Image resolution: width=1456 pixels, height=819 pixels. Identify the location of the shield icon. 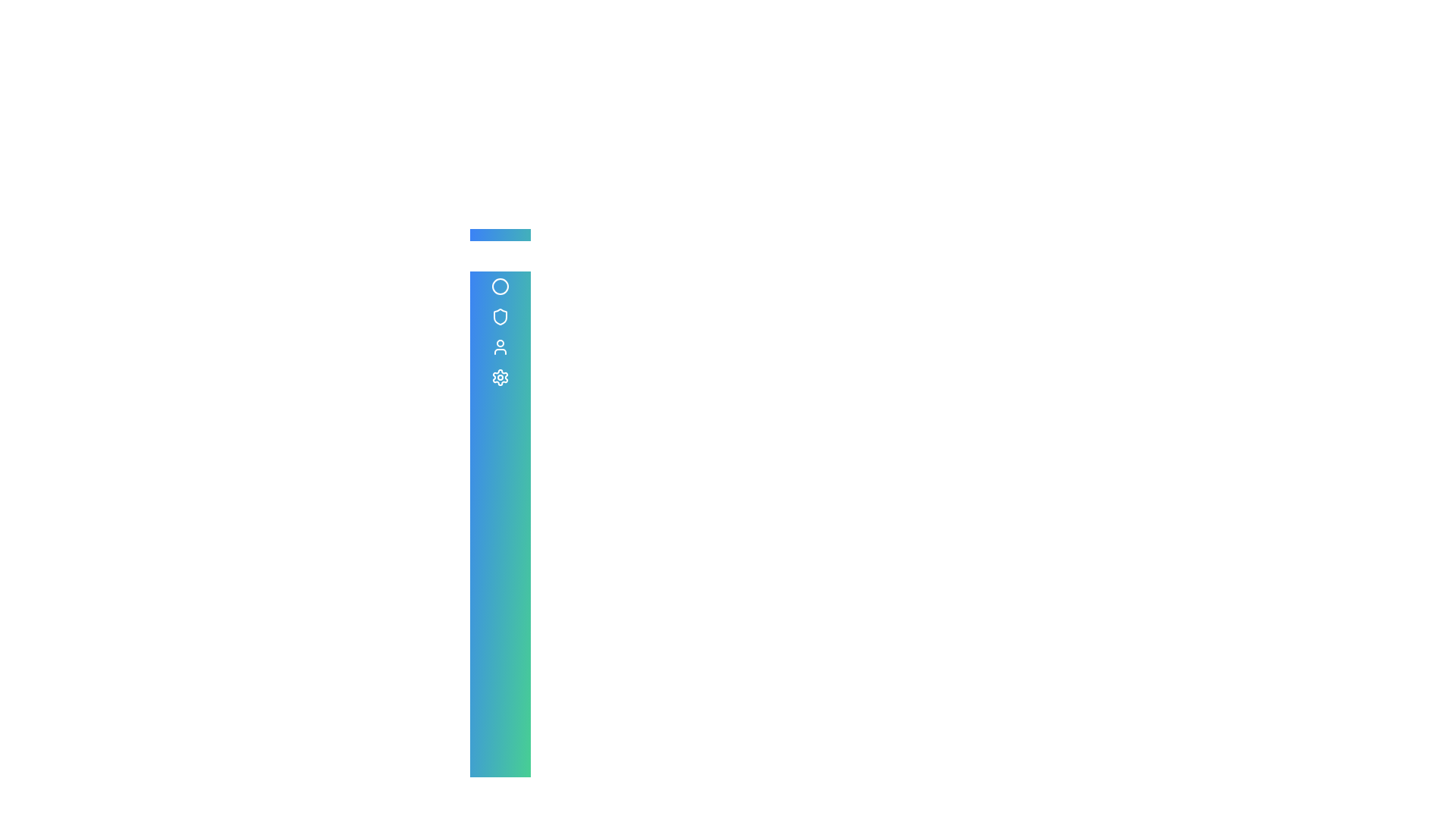
(500, 315).